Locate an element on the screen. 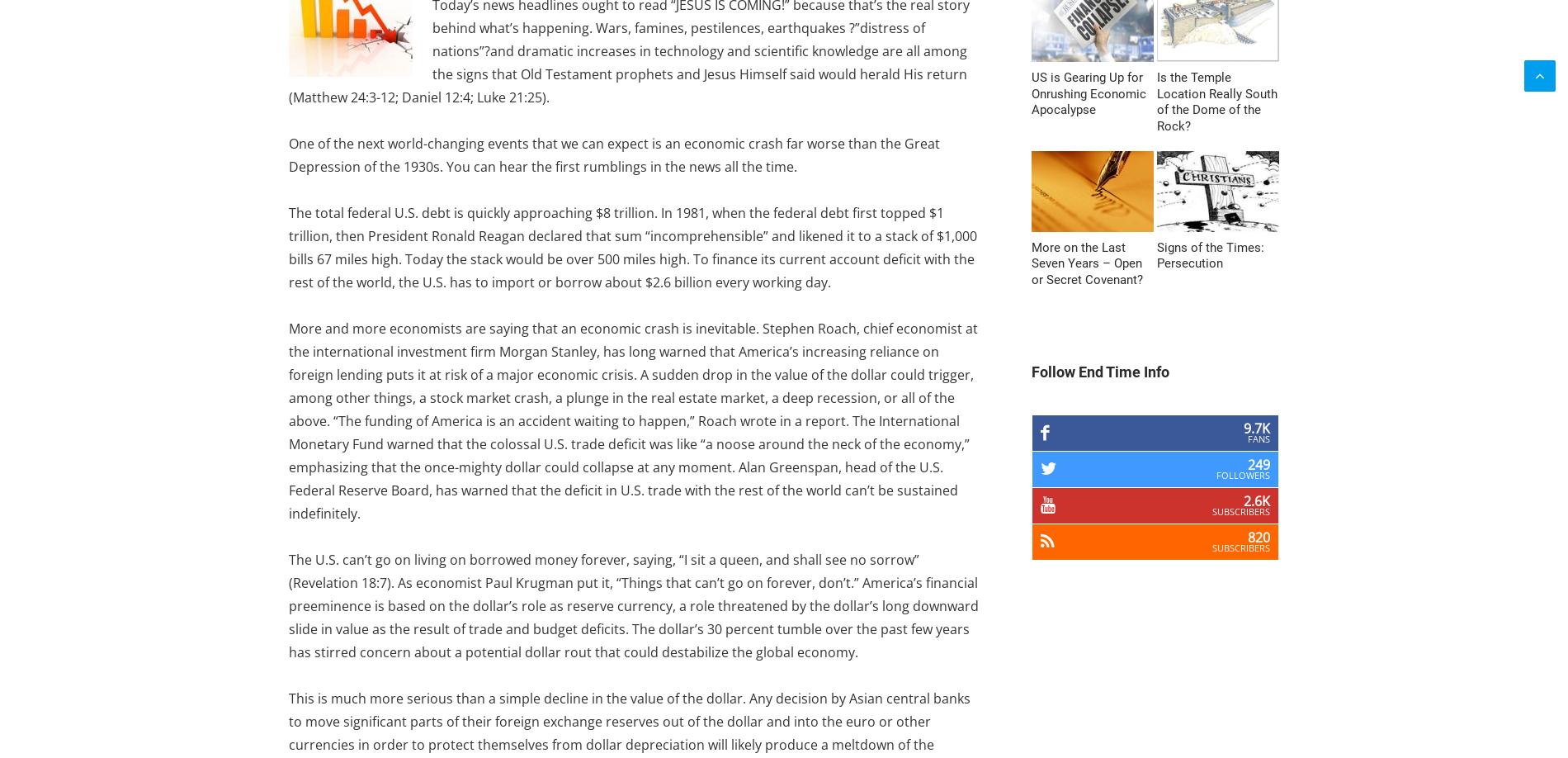  '249' is located at coordinates (1259, 464).